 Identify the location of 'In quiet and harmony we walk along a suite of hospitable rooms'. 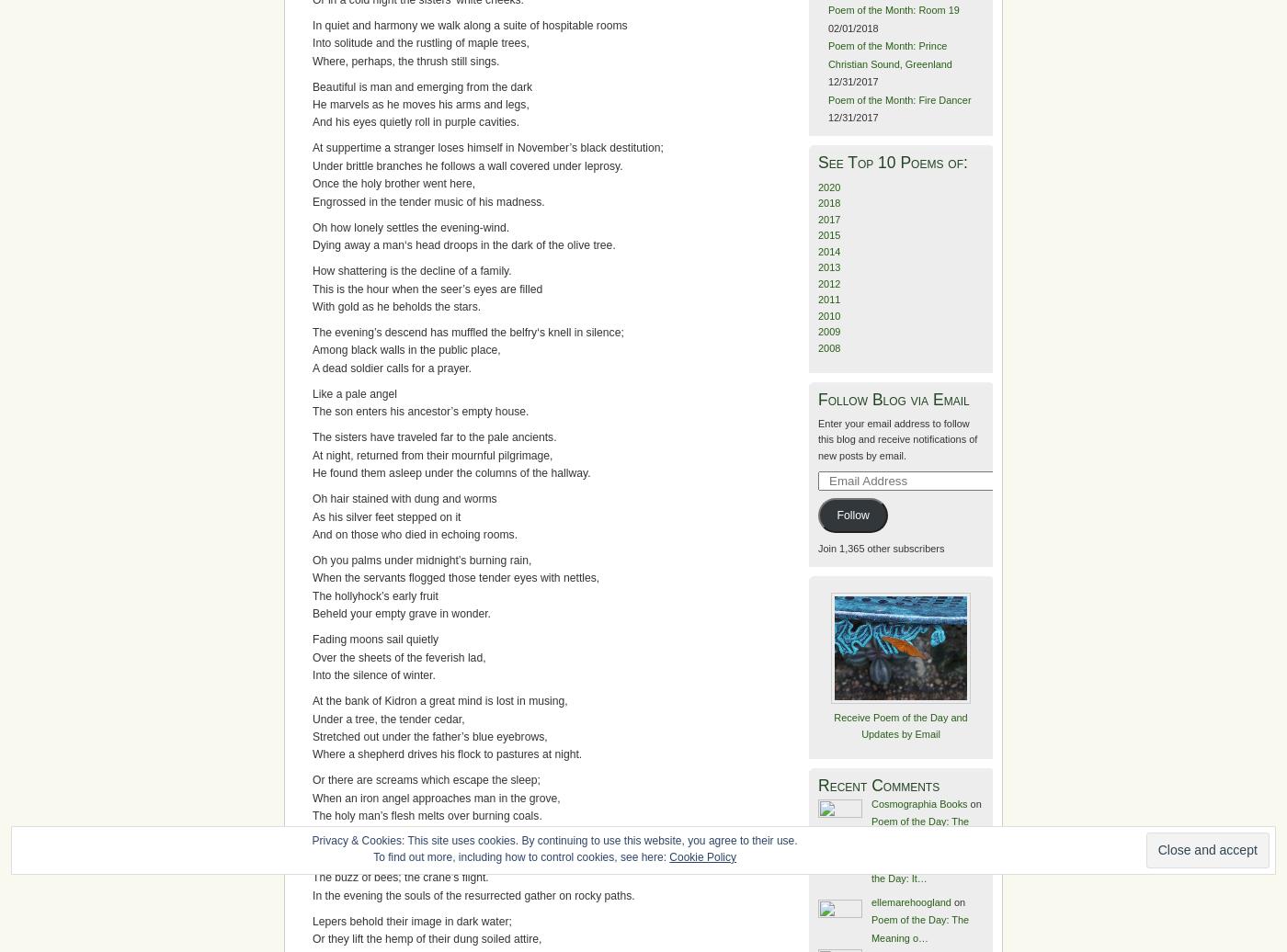
(470, 25).